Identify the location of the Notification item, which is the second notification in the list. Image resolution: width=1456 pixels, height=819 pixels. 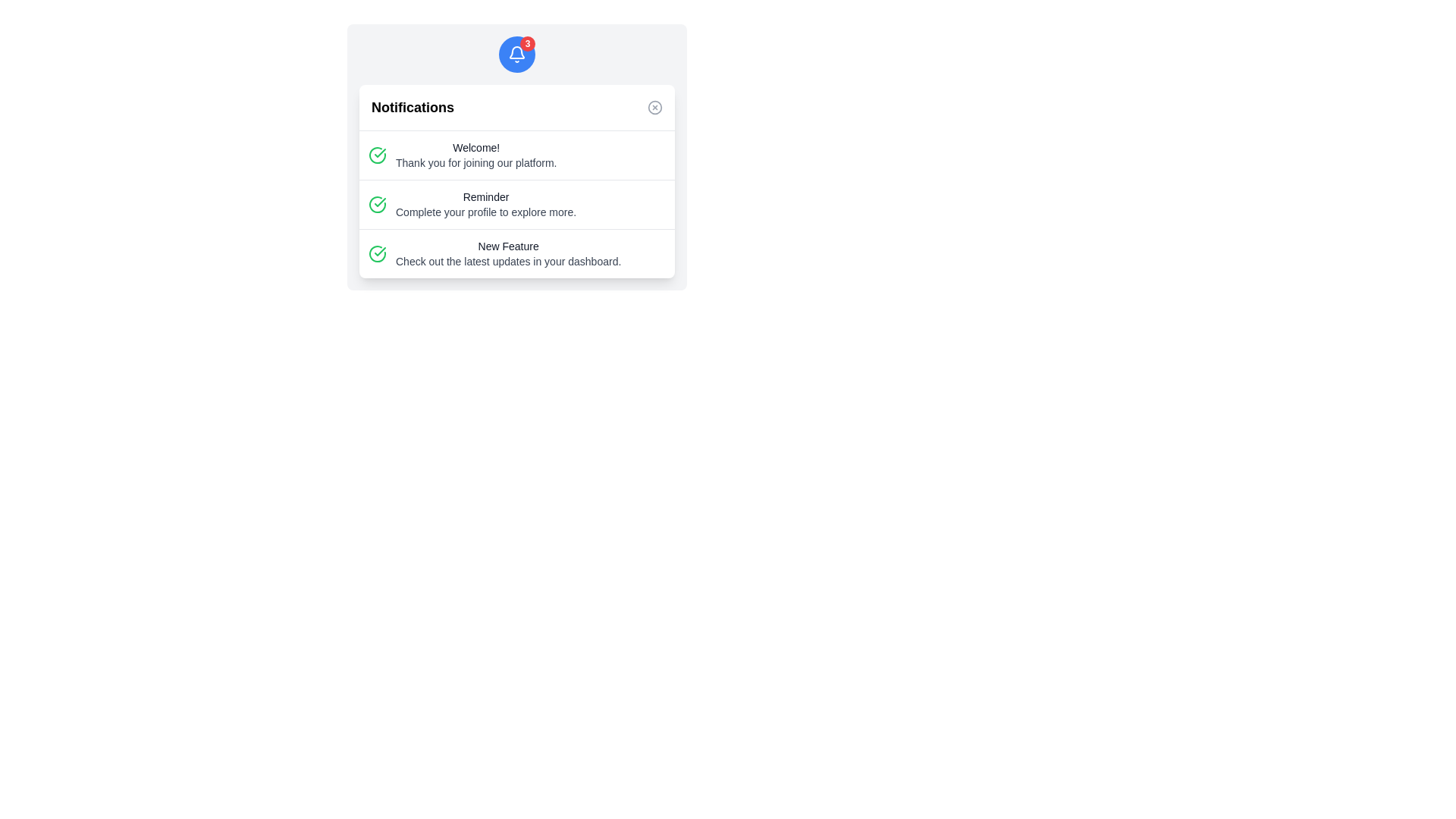
(516, 205).